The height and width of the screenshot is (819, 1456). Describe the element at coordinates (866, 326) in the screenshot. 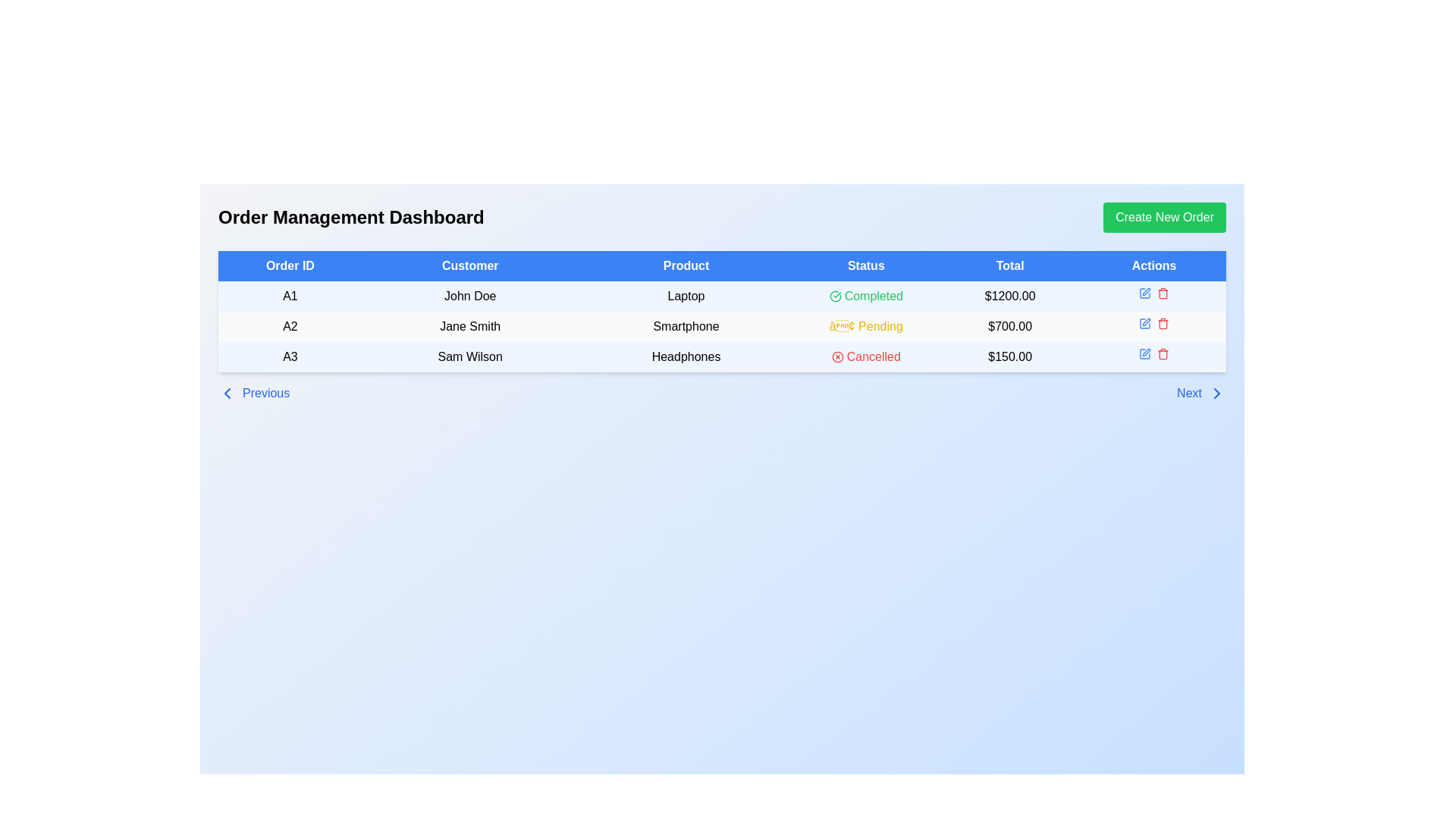

I see `the status indicator text label that shows the 'Pending' state for the 'Smartphone' item located in the second row of the table under the 'Status' column` at that location.